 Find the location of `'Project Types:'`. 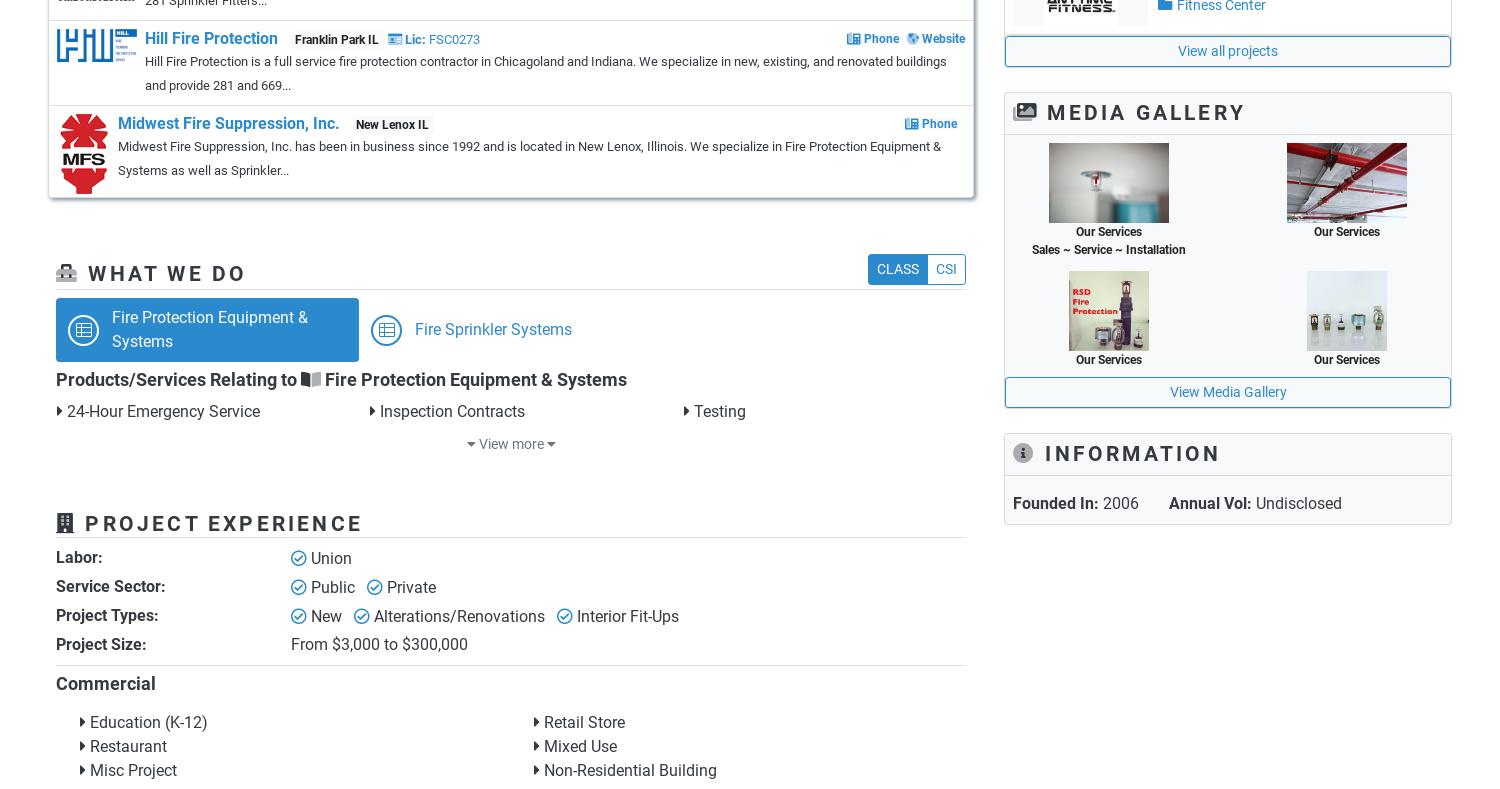

'Project Types:' is located at coordinates (55, 615).